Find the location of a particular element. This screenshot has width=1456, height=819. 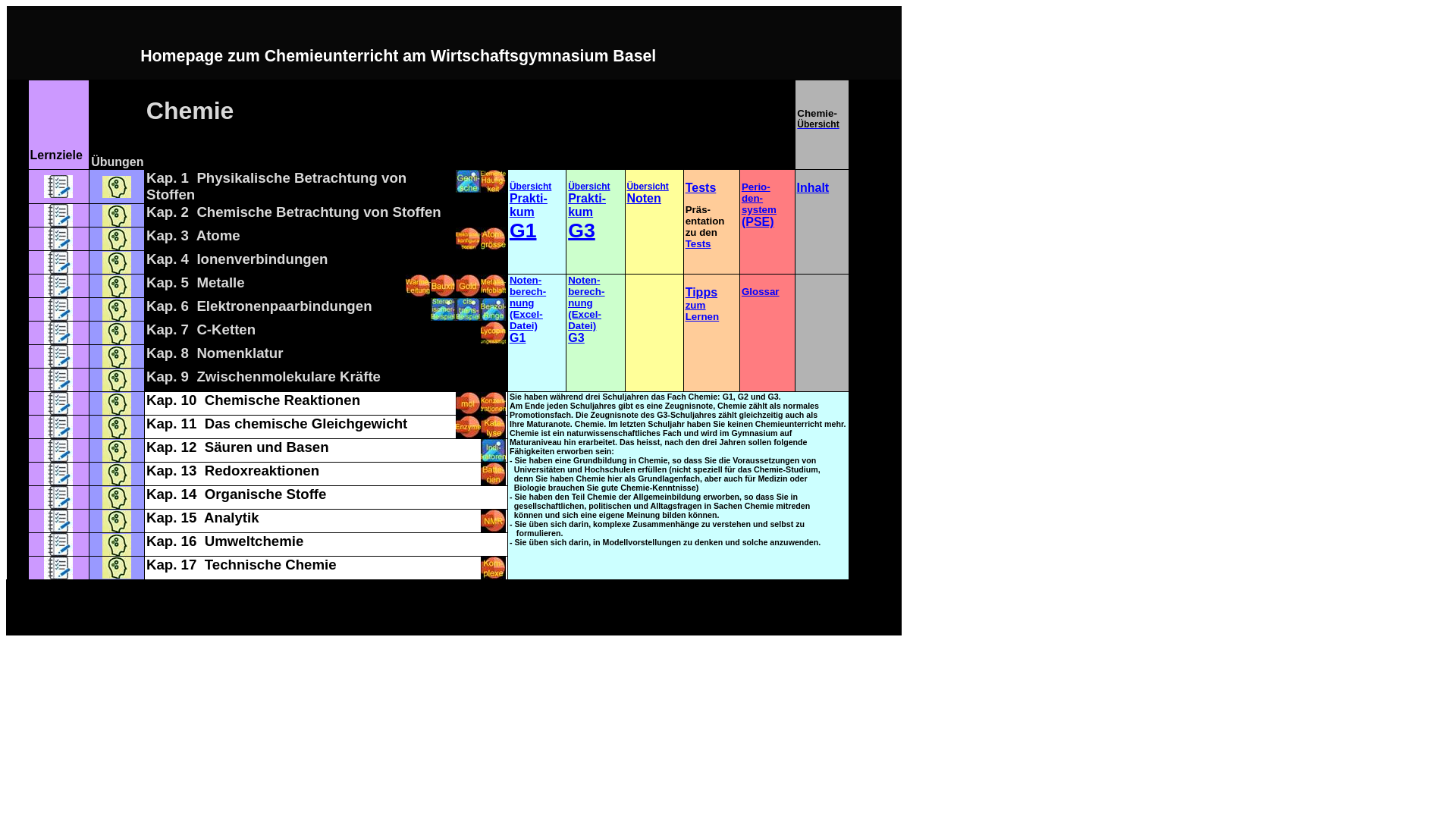

'kum' is located at coordinates (579, 212).